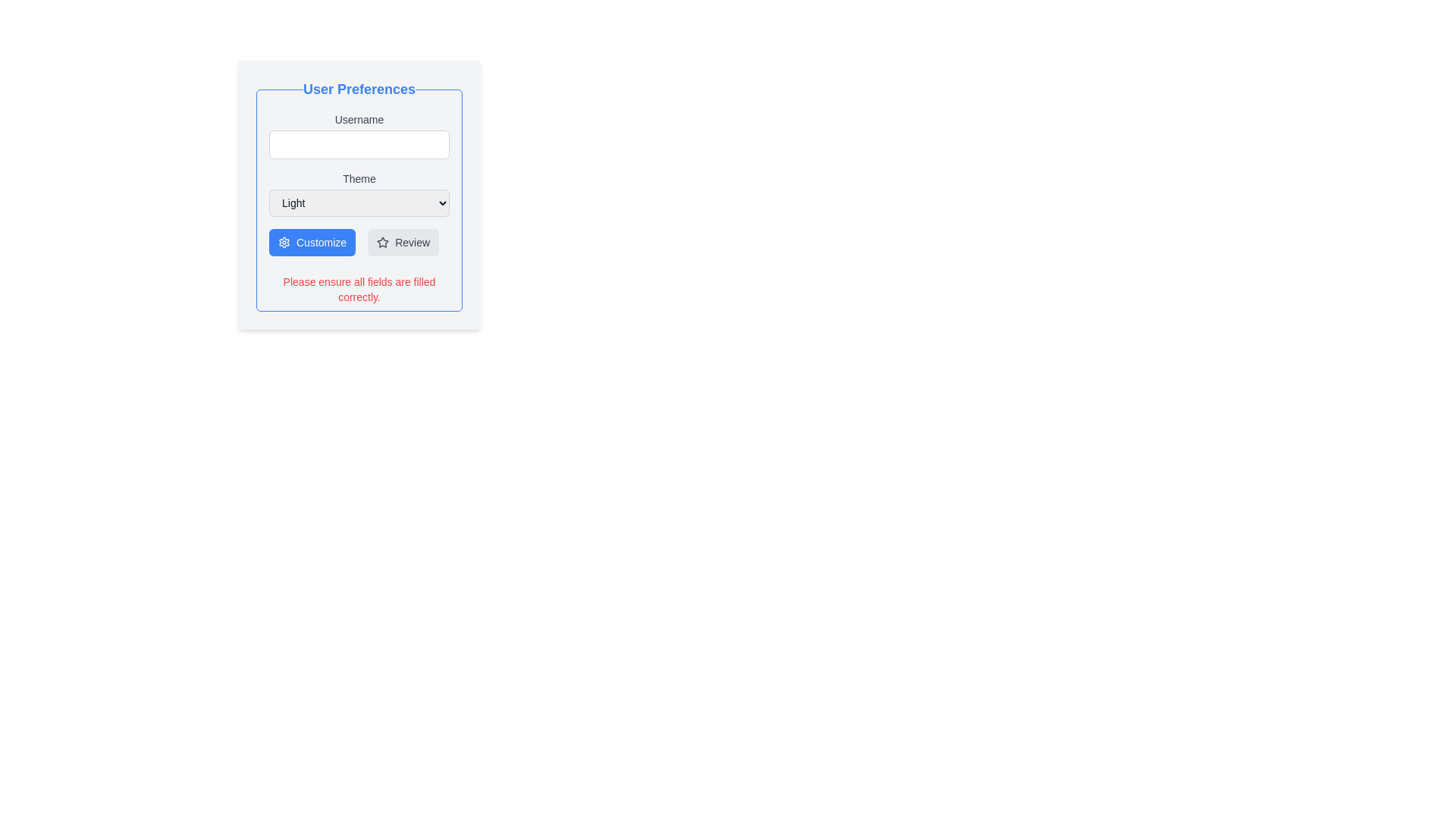 The image size is (1456, 819). I want to click on the decorative icon in the user preferences section, which serves as an indicator of state or special status, so click(383, 241).